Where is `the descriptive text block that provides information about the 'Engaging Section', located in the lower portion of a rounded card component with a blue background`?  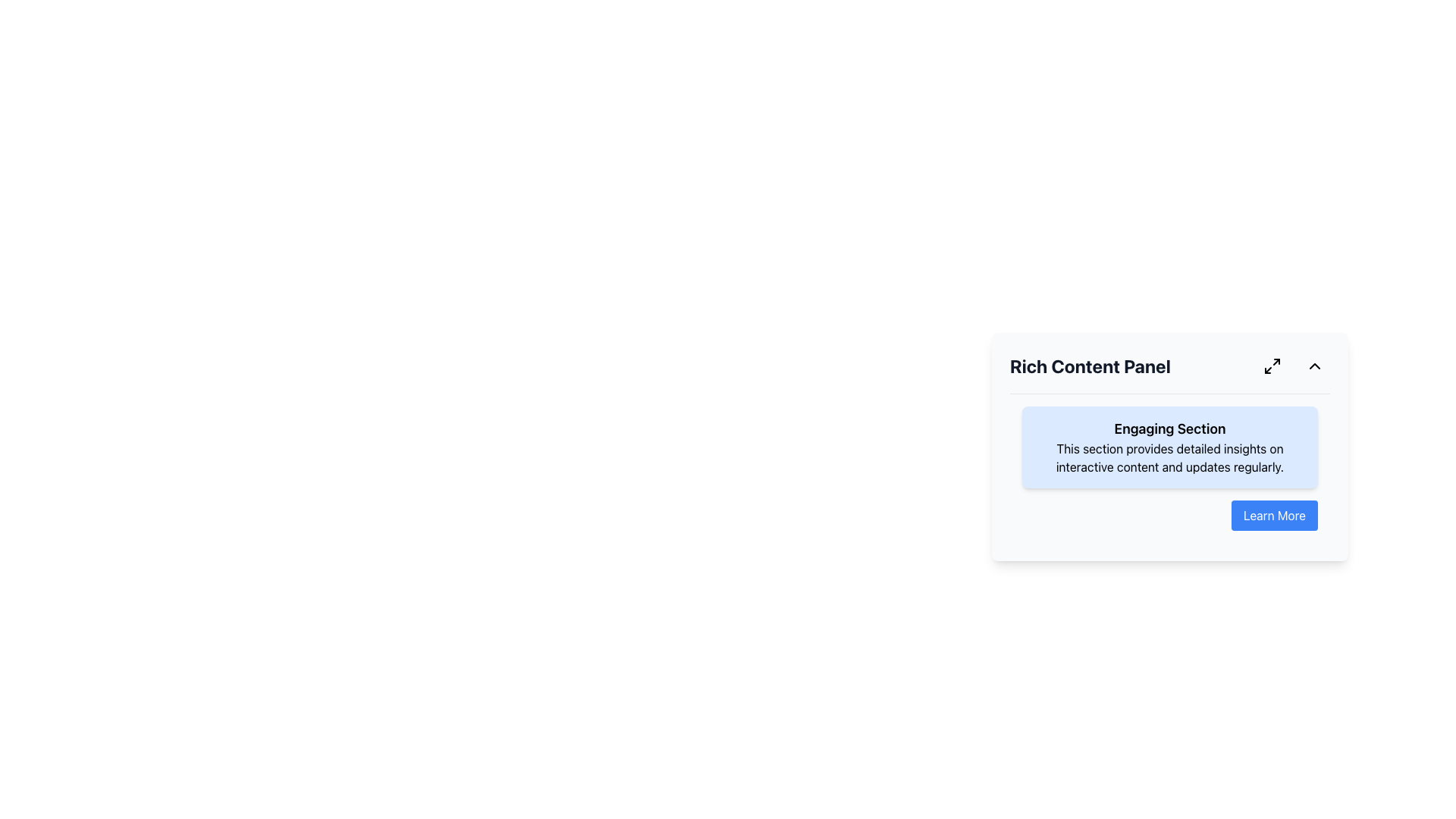
the descriptive text block that provides information about the 'Engaging Section', located in the lower portion of a rounded card component with a blue background is located at coordinates (1169, 457).